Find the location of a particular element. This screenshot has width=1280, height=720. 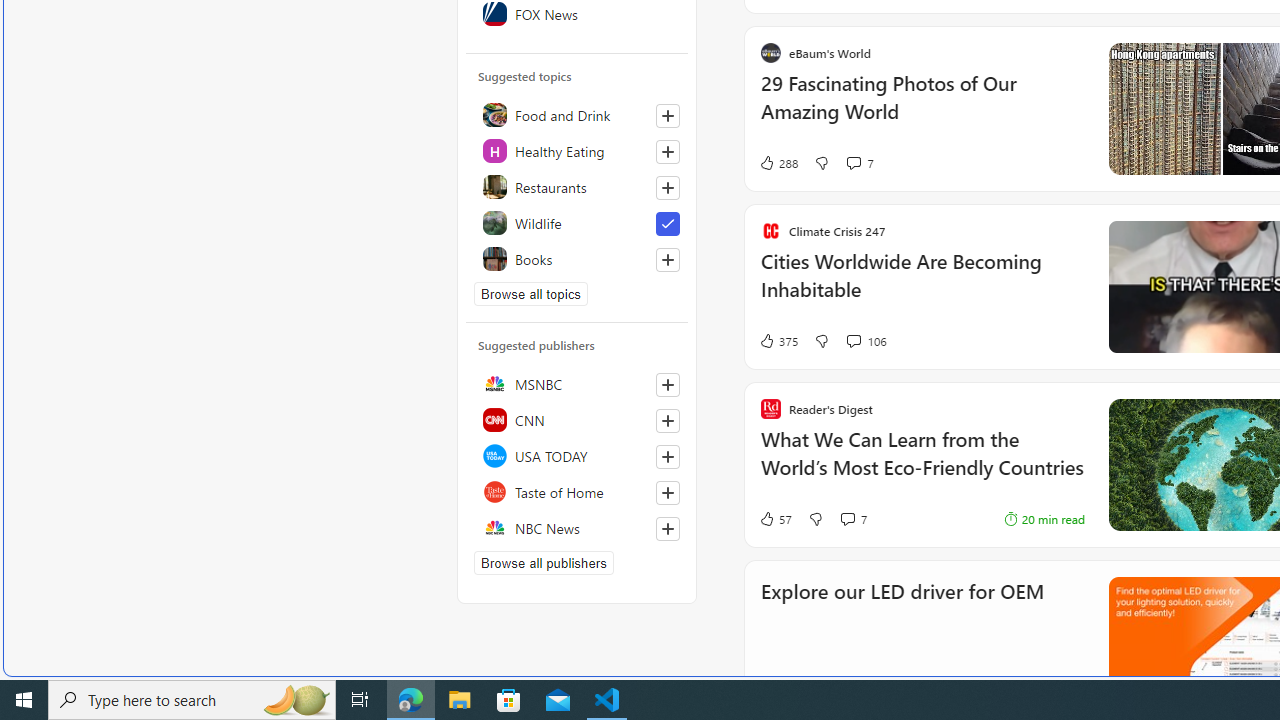

'View comments 106 Comment' is located at coordinates (865, 339).